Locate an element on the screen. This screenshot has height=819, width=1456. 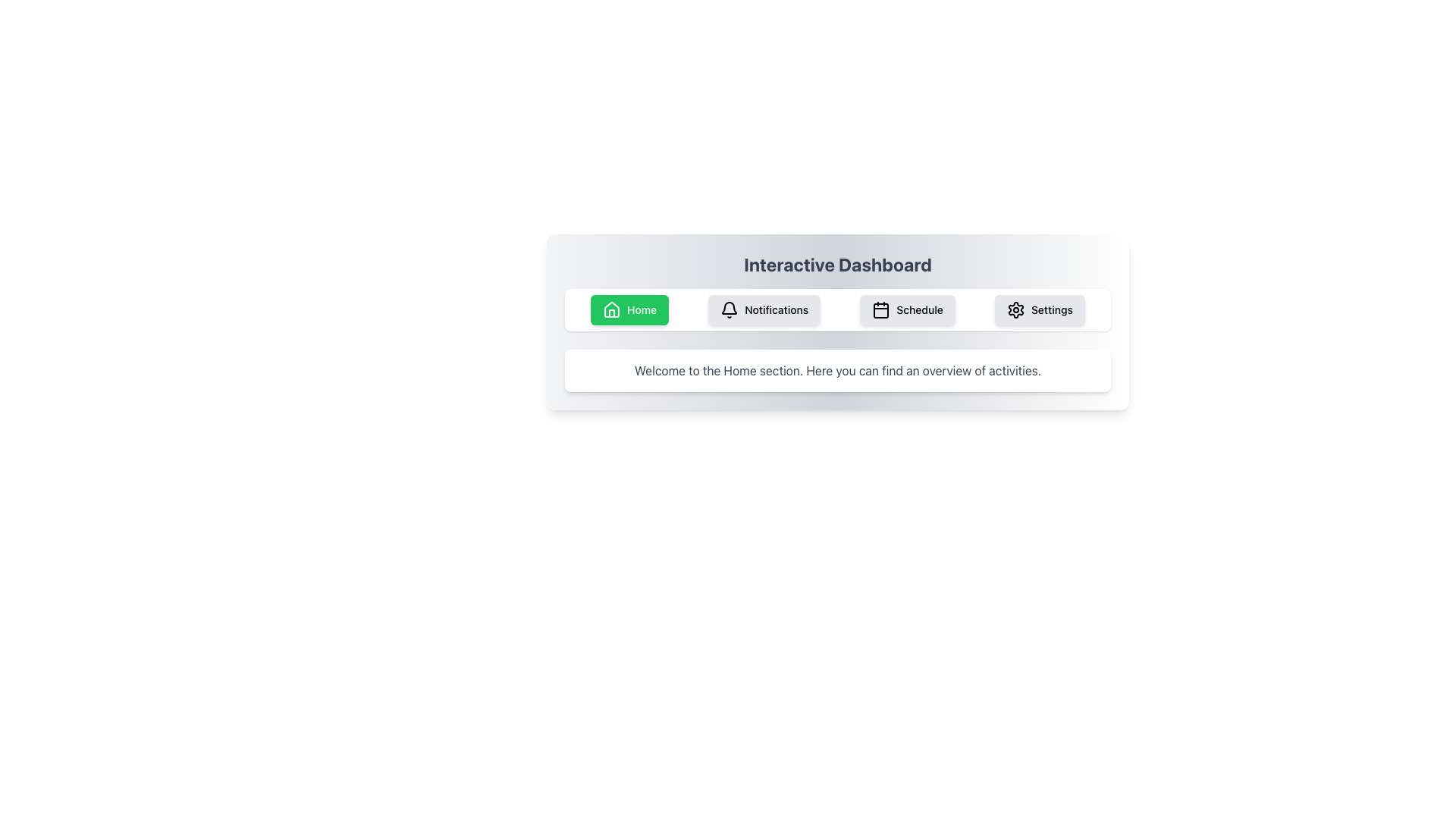
the 'Schedule' button in the horizontal navigation bar to change its appearance is located at coordinates (908, 309).